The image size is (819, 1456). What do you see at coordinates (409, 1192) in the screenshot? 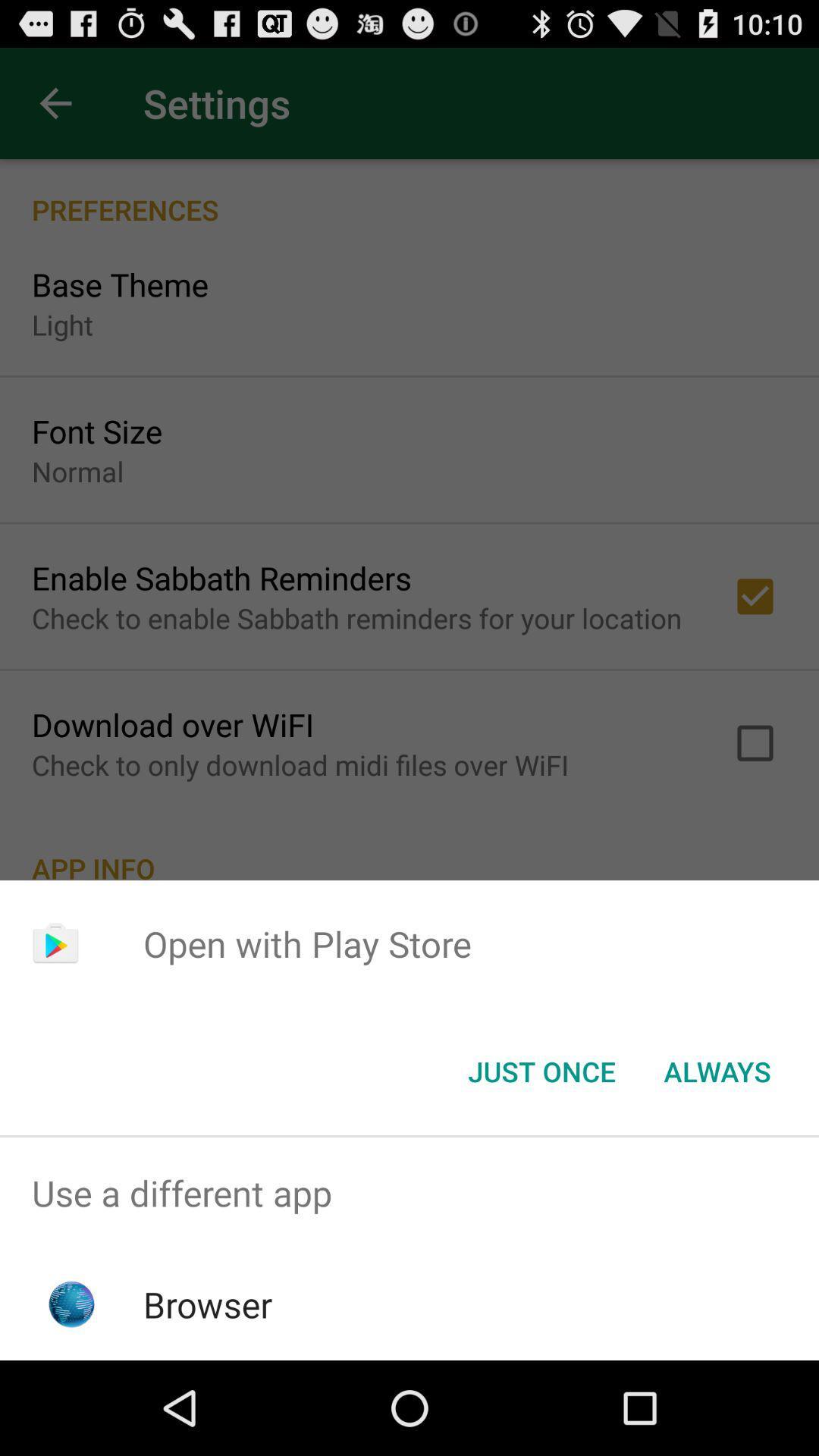
I see `the icon above the browser item` at bounding box center [409, 1192].